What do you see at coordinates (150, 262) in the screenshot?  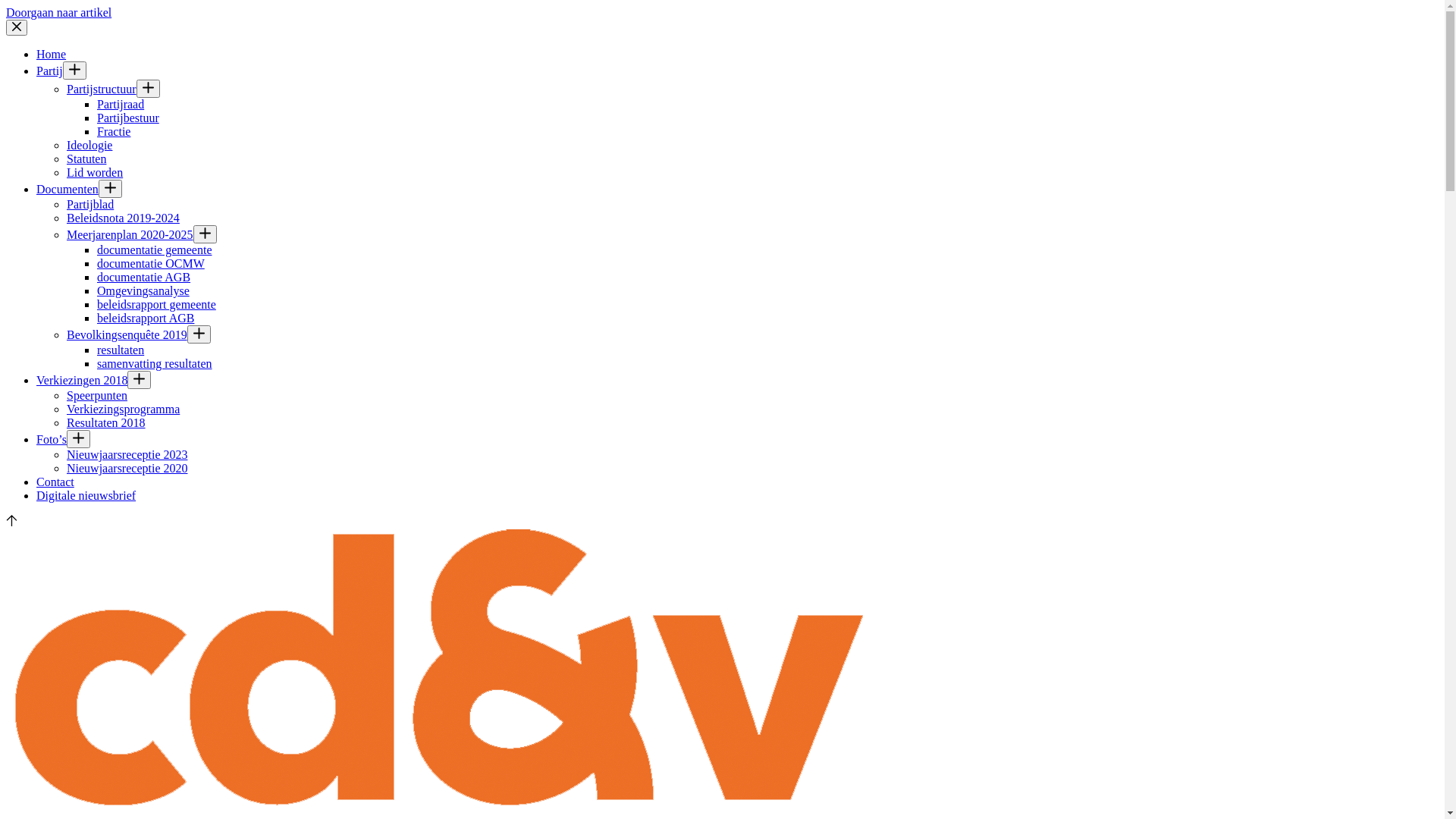 I see `'documentatie OCMW'` at bounding box center [150, 262].